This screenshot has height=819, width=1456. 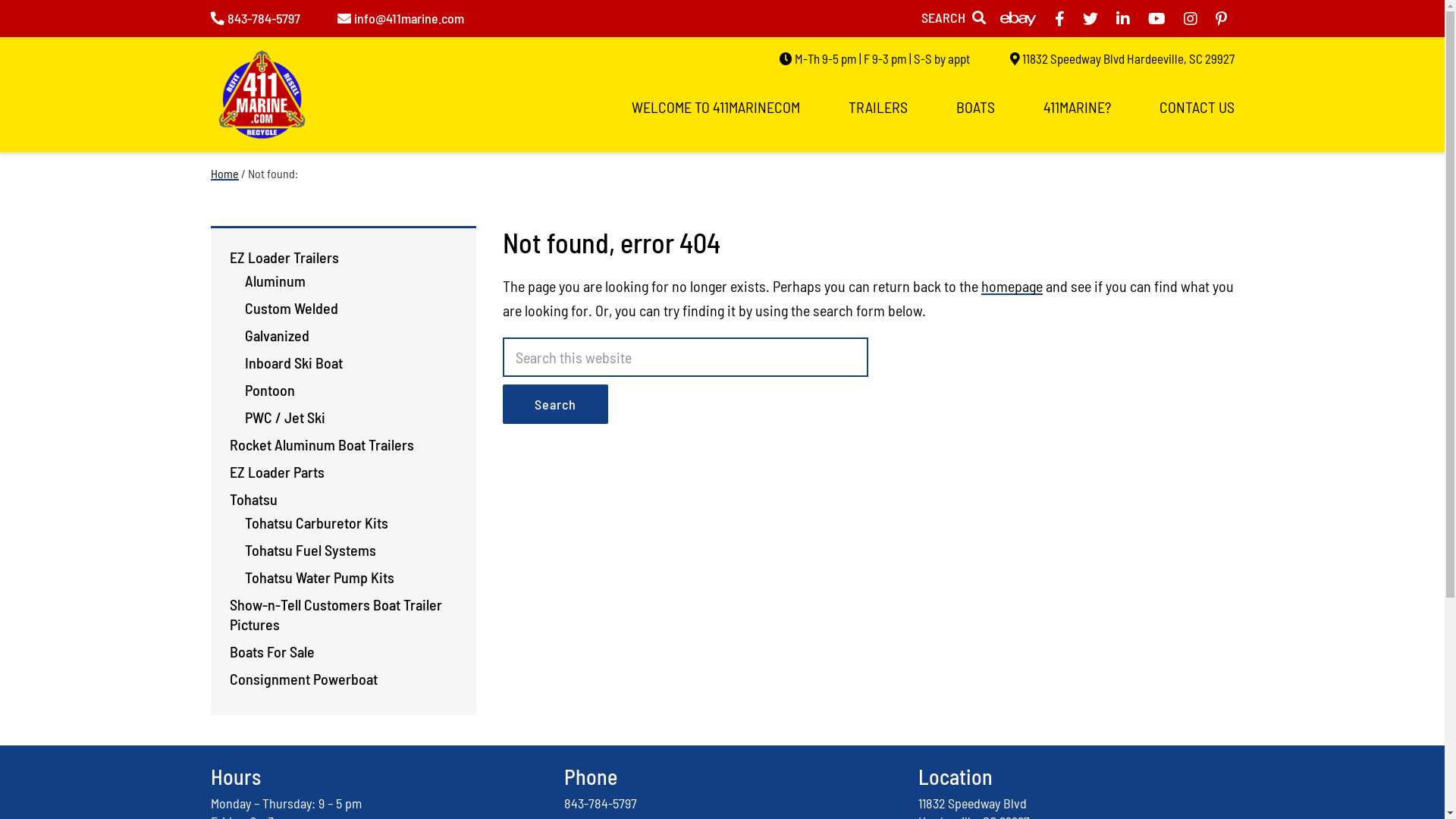 What do you see at coordinates (600, 802) in the screenshot?
I see `'843-784-5797'` at bounding box center [600, 802].